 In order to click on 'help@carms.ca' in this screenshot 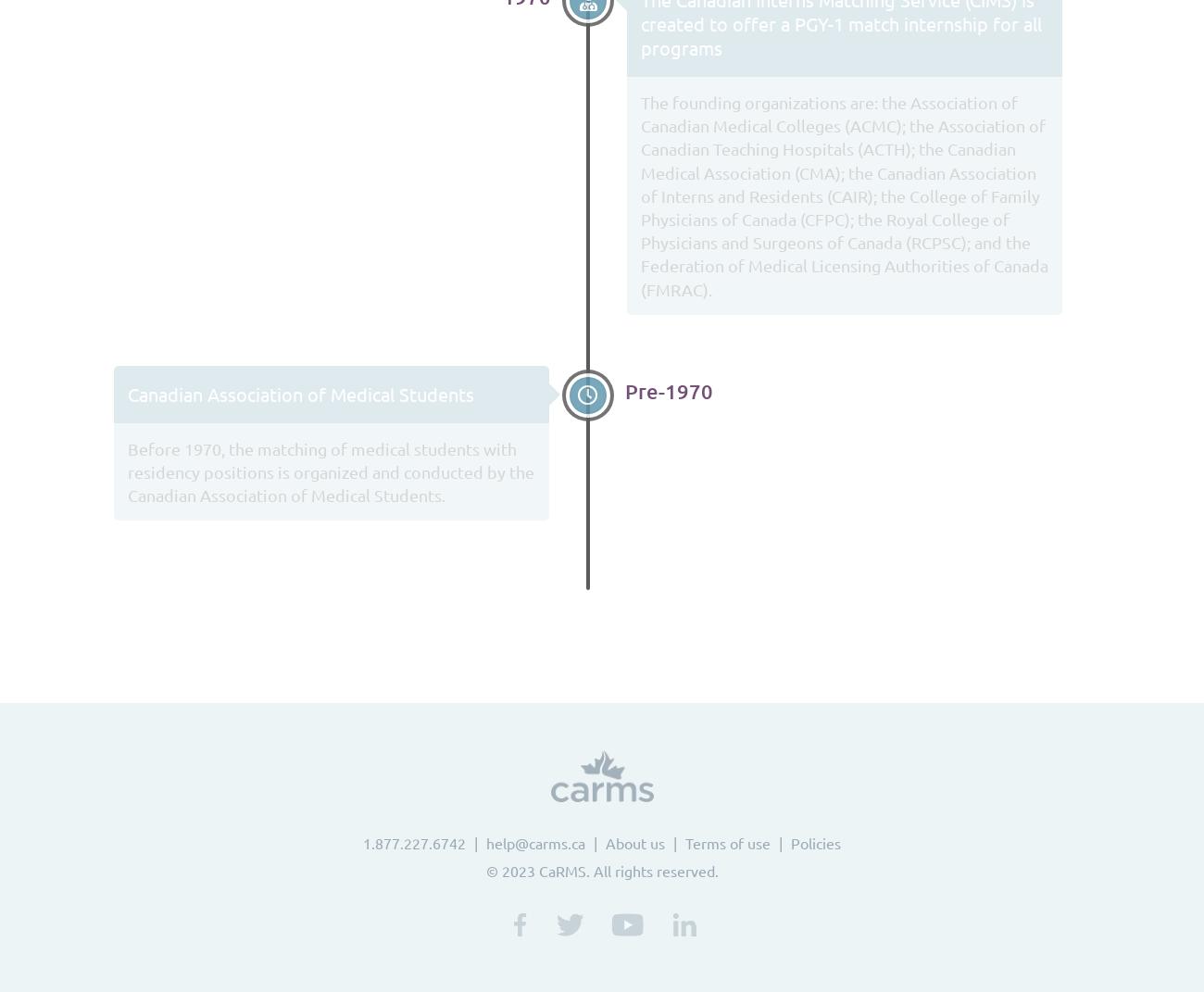, I will do `click(534, 843)`.